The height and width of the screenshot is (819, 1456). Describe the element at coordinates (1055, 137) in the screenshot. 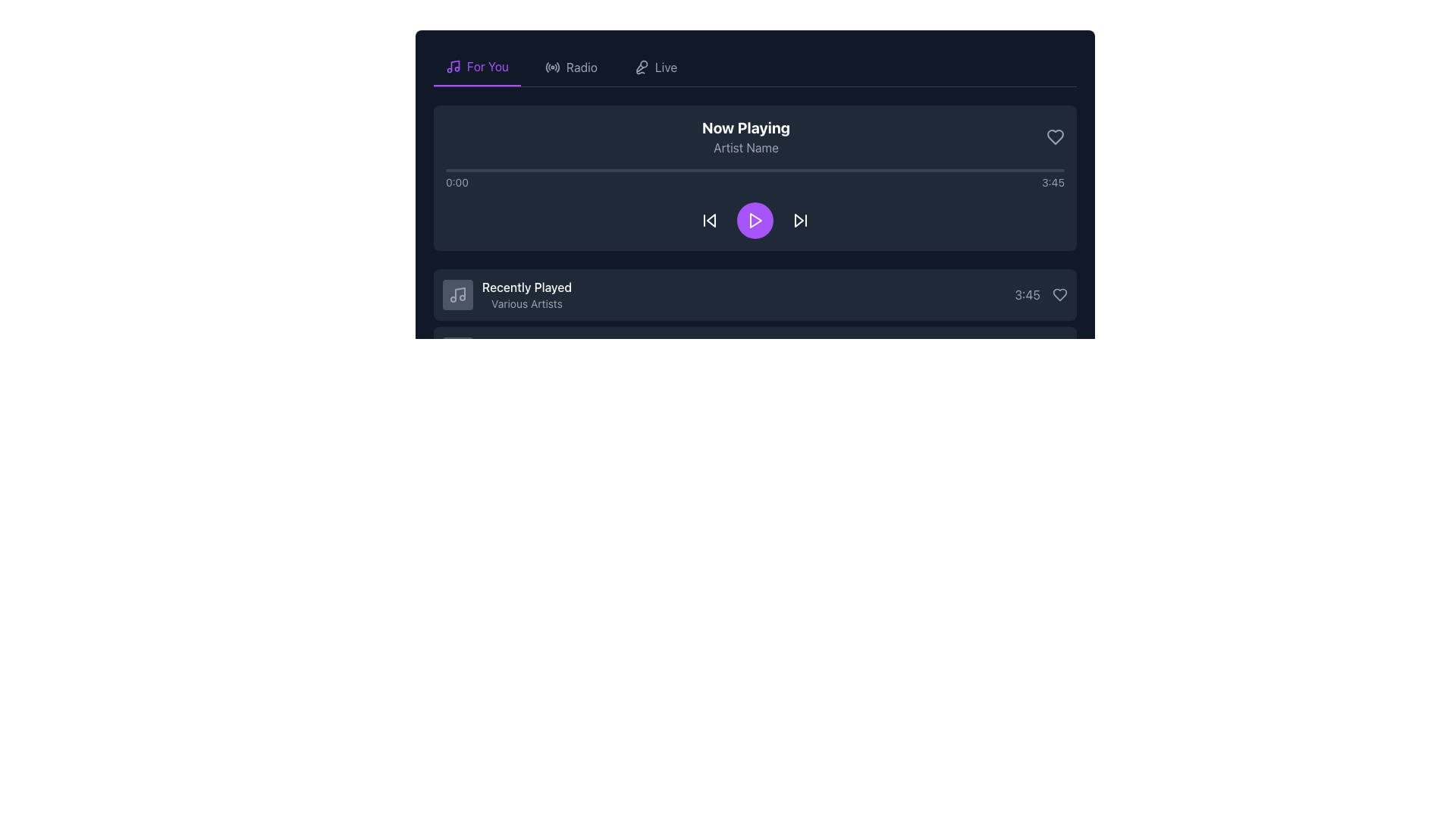

I see `the heart-shaped icon button located in the top-right portion of the 'Now Playing' section to mark the currently playing track as a favorite` at that location.